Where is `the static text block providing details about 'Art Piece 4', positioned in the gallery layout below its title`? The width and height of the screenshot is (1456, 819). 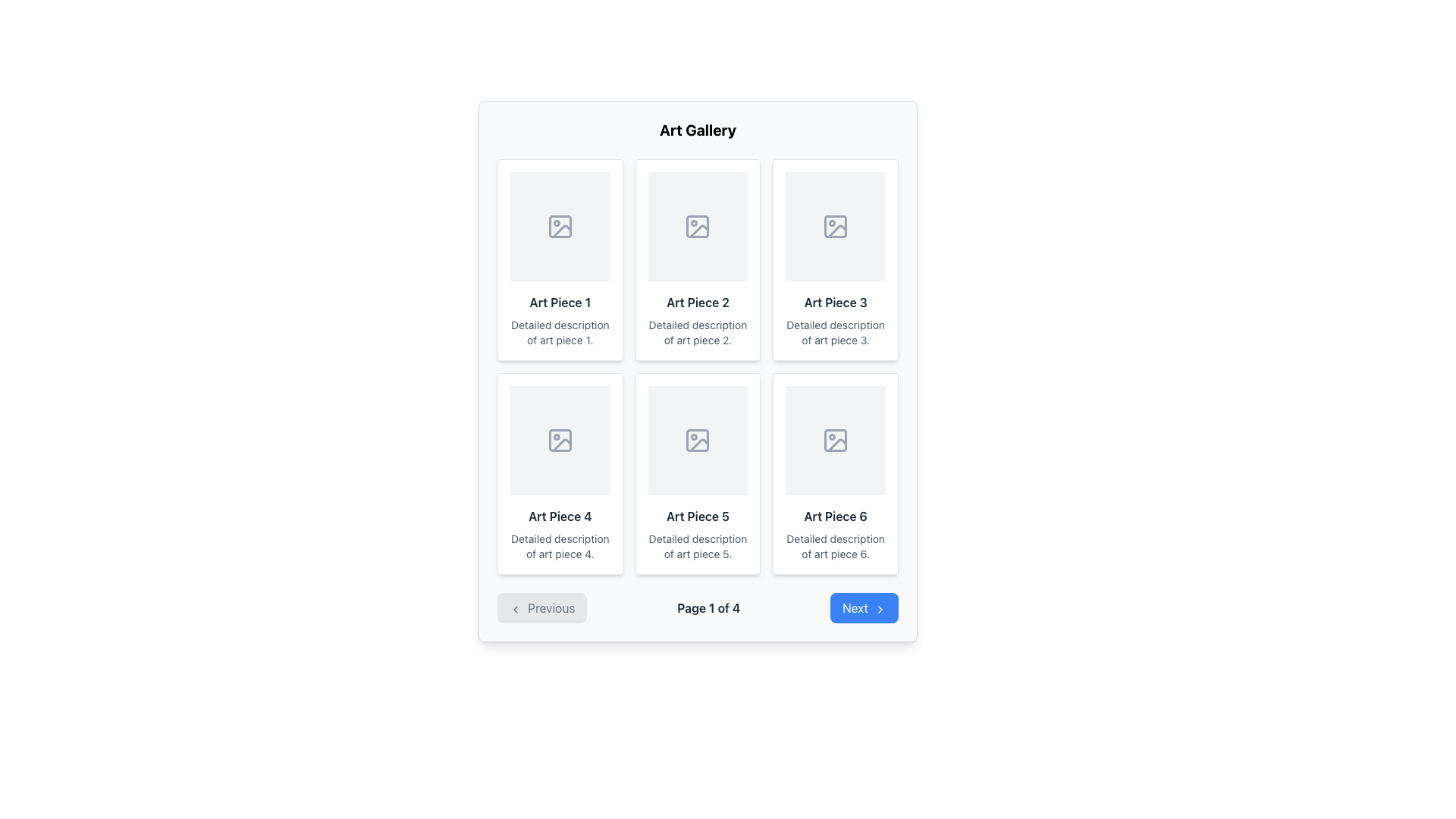
the static text block providing details about 'Art Piece 4', positioned in the gallery layout below its title is located at coordinates (559, 547).